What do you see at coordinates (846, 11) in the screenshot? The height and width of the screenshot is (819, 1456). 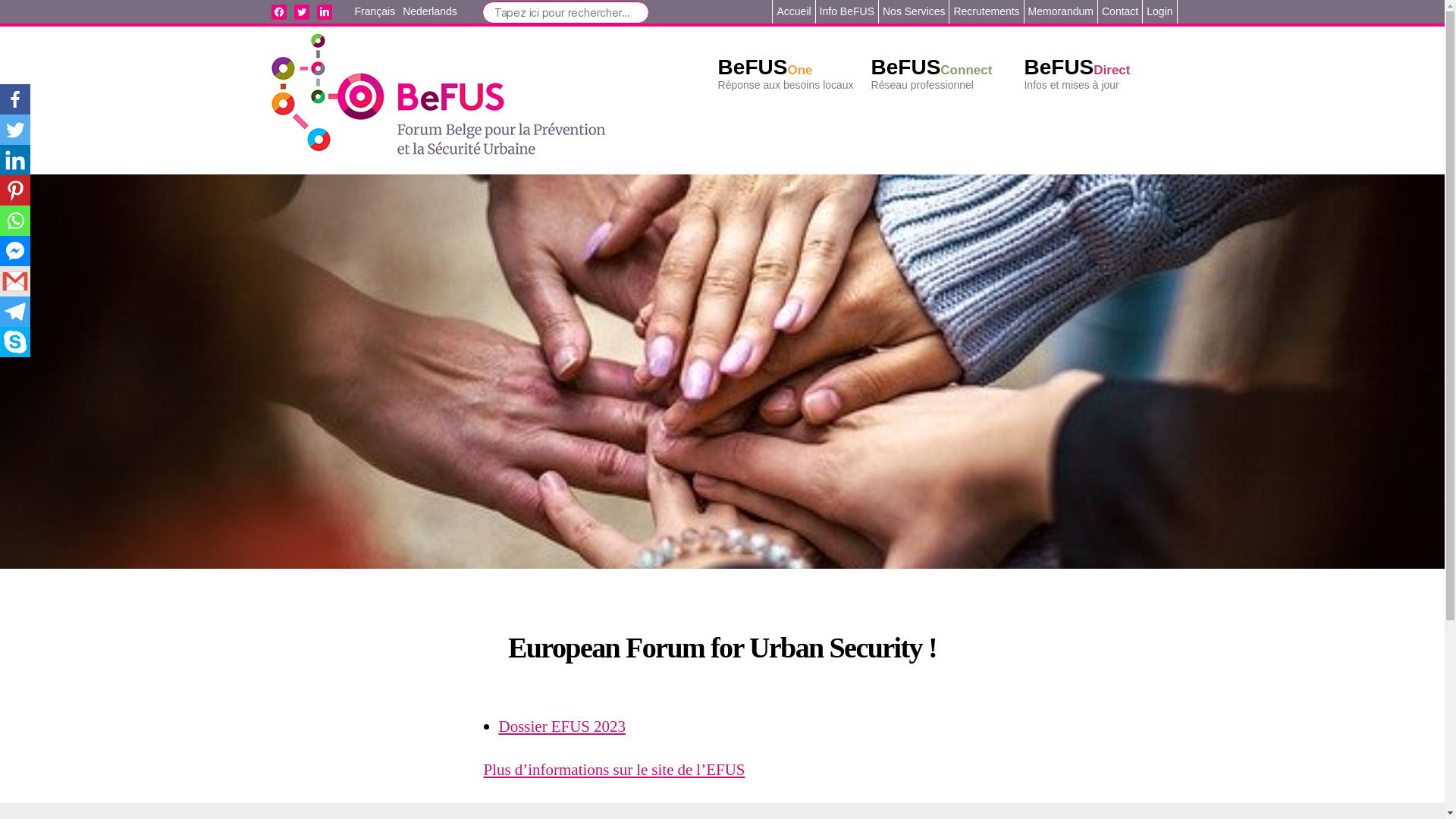 I see `'Info BeFUS'` at bounding box center [846, 11].